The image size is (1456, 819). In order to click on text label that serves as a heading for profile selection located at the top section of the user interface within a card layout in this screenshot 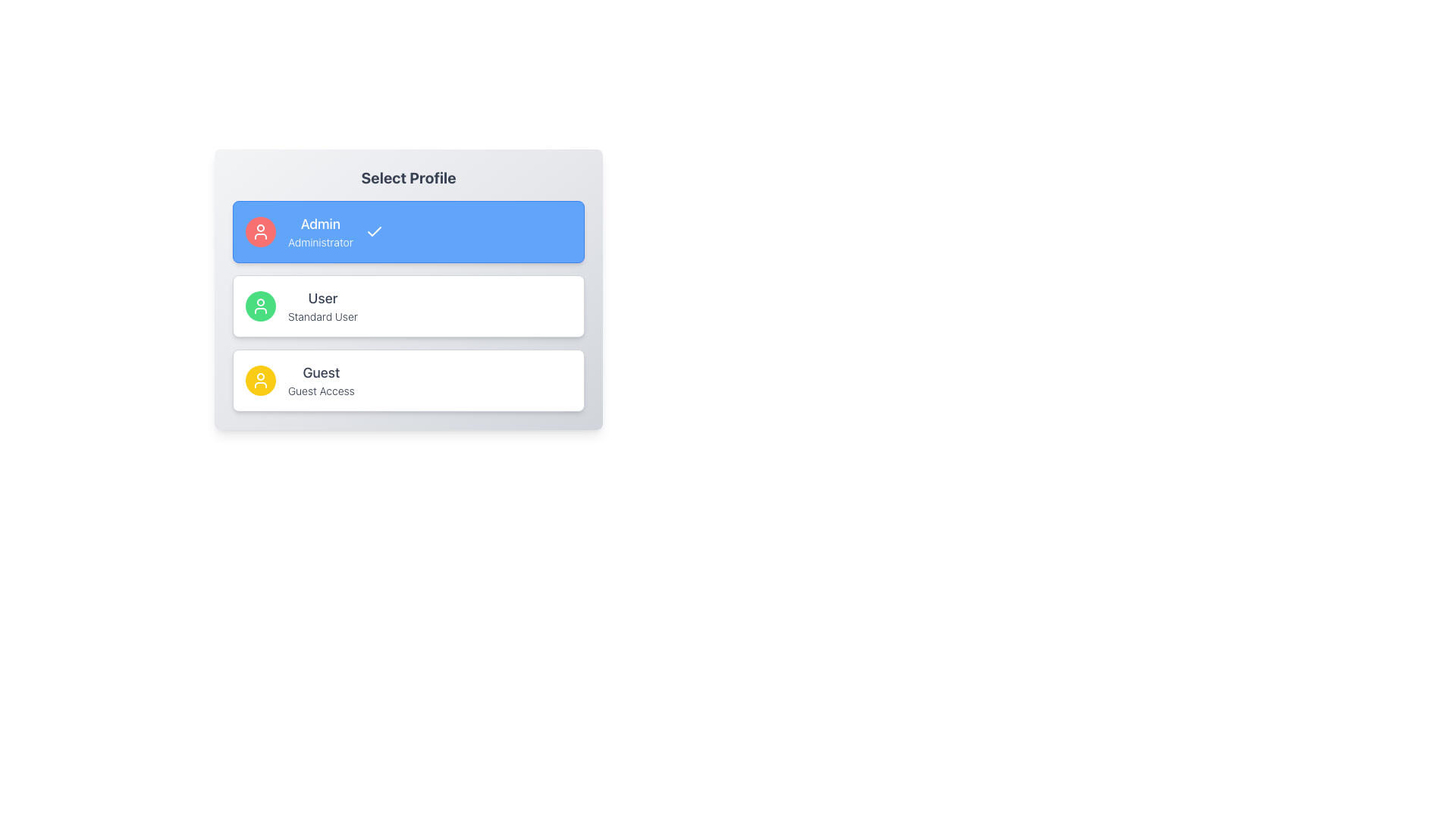, I will do `click(408, 177)`.